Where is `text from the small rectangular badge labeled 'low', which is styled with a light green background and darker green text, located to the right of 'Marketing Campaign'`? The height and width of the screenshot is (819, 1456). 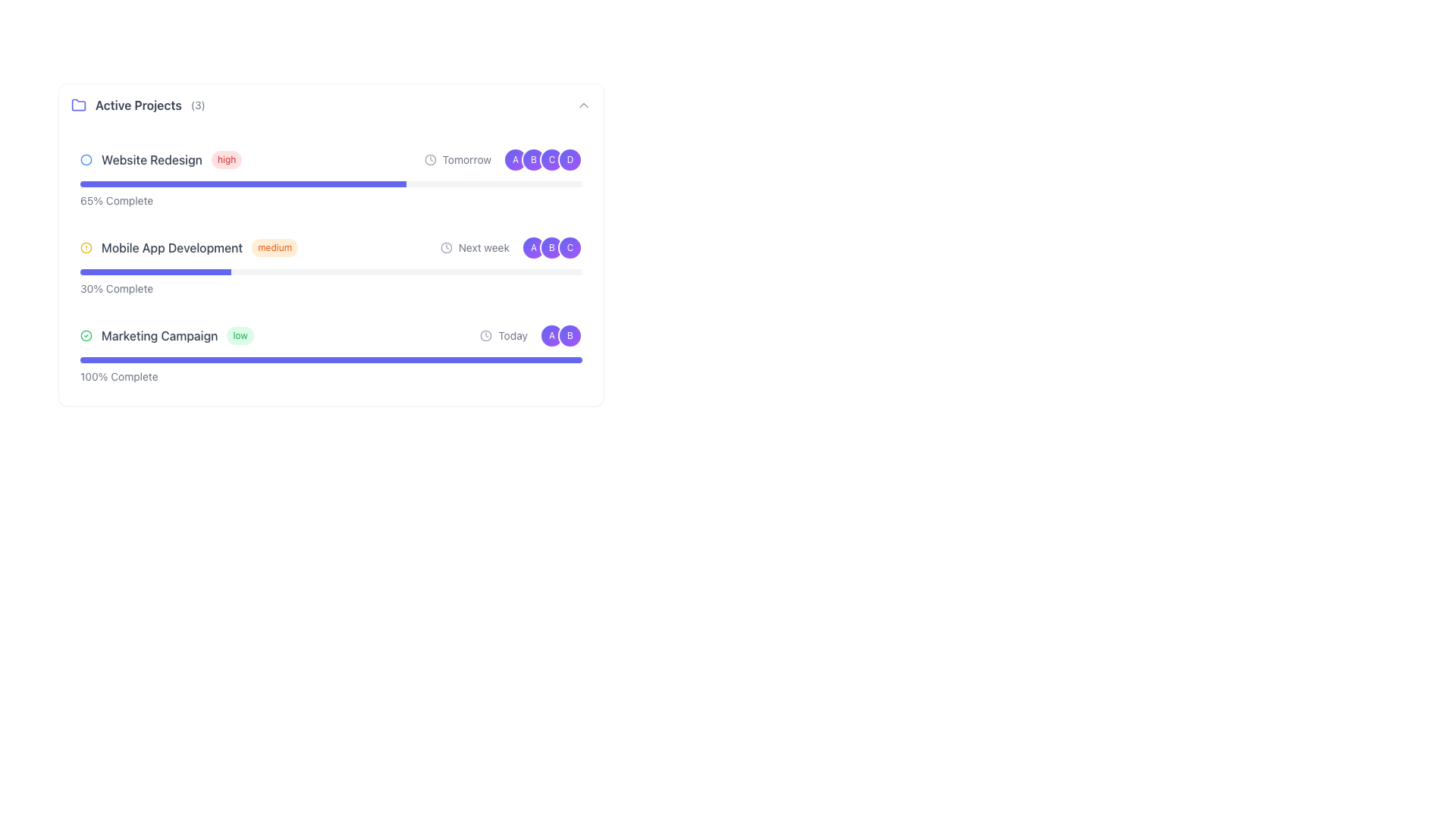 text from the small rectangular badge labeled 'low', which is styled with a light green background and darker green text, located to the right of 'Marketing Campaign' is located at coordinates (239, 335).